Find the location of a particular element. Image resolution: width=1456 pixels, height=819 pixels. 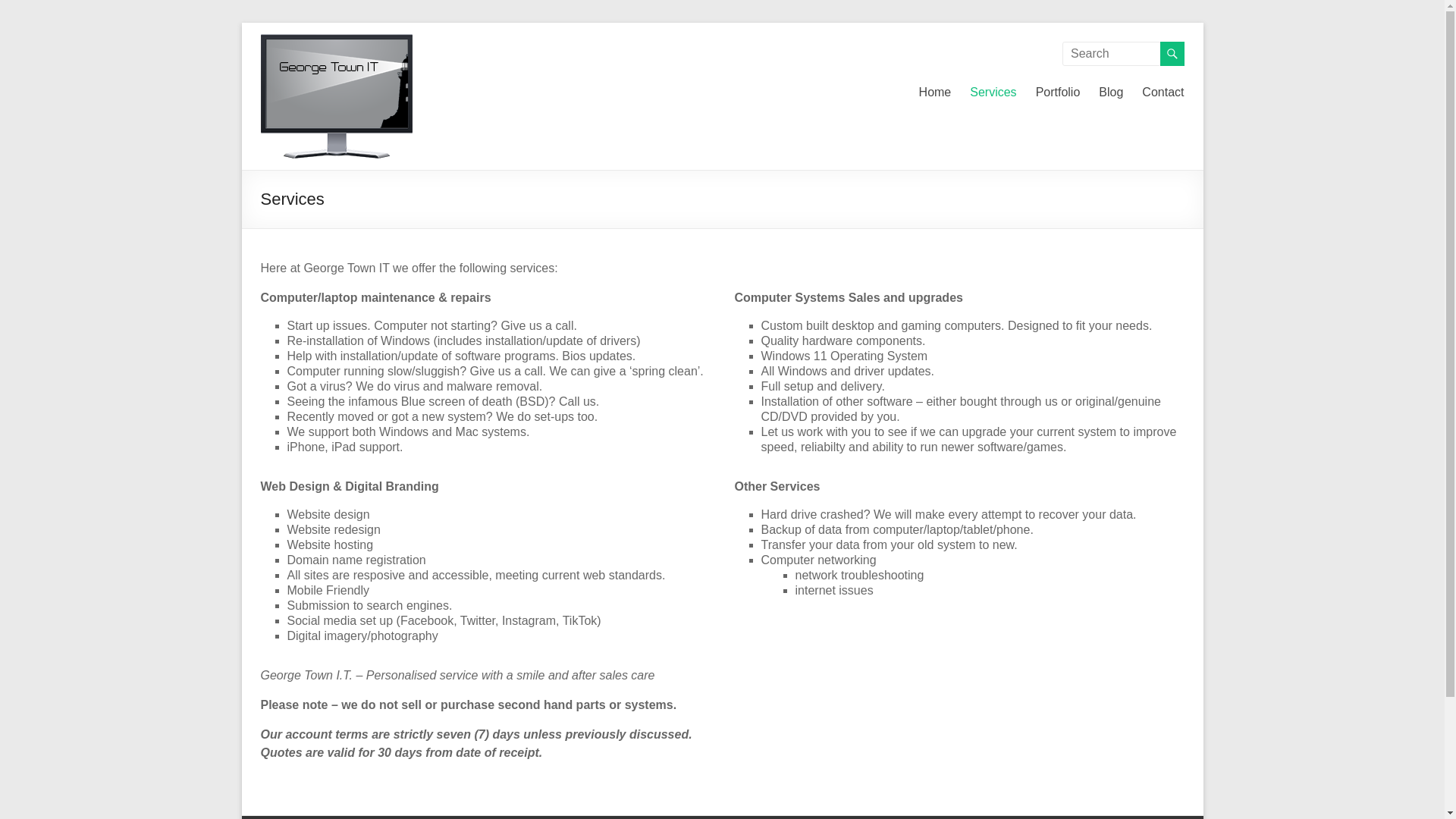

'Blog' is located at coordinates (1110, 93).